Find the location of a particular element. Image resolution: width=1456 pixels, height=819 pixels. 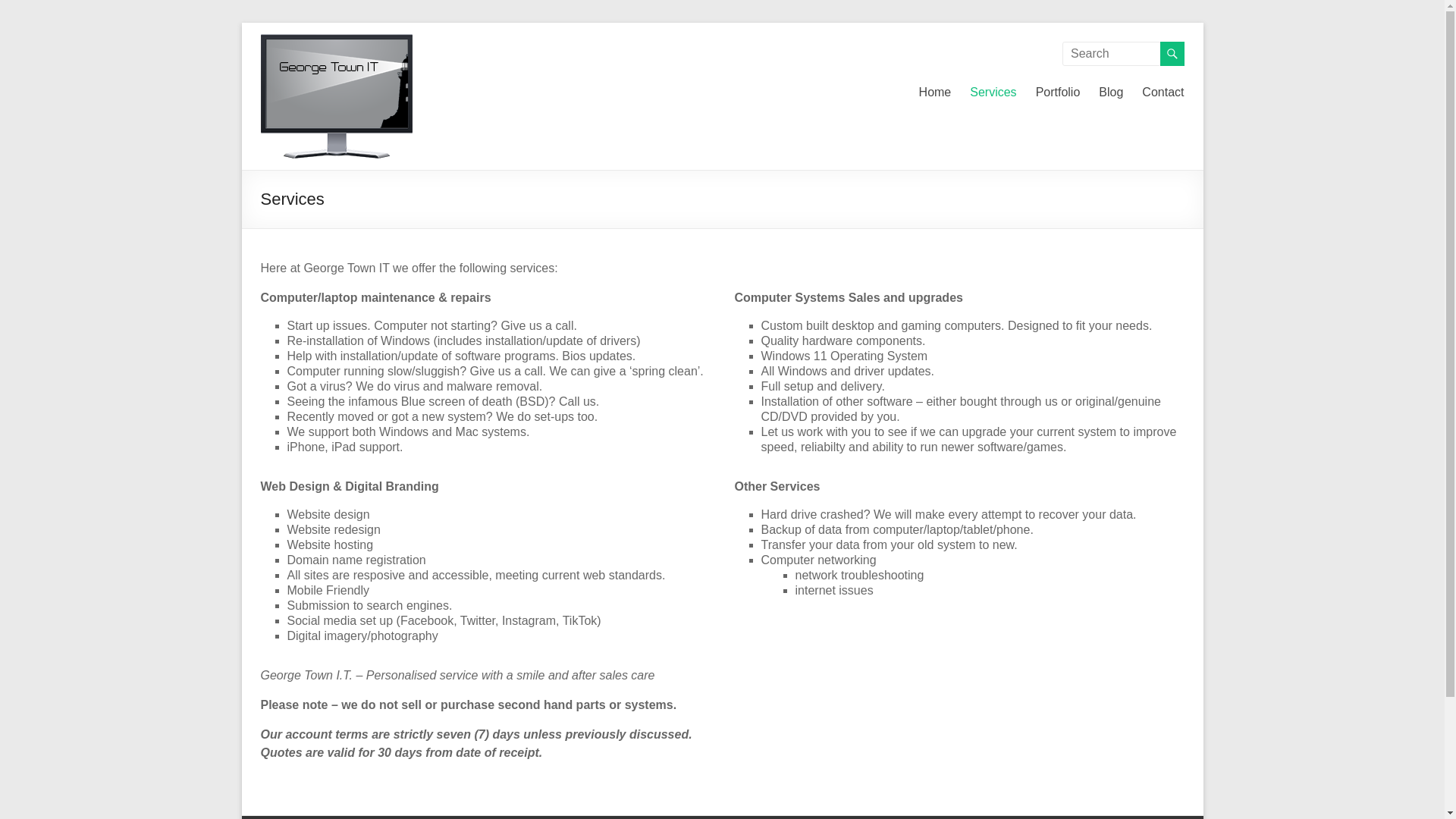

'Blog' is located at coordinates (1110, 93).